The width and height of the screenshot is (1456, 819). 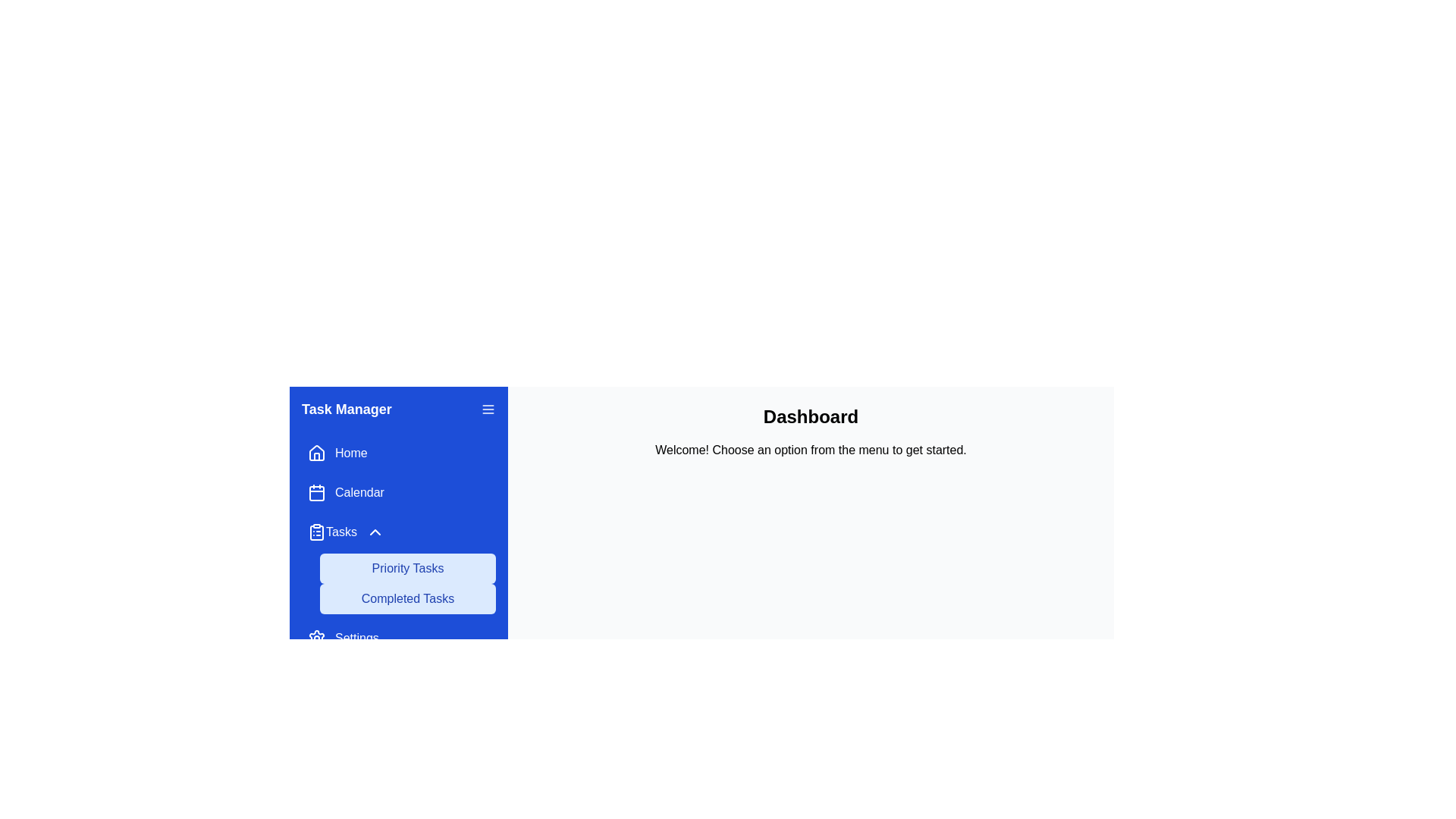 What do you see at coordinates (375, 532) in the screenshot?
I see `the chevron icon at the rightmost part of the 'Tasks' entry in the navigation panel` at bounding box center [375, 532].